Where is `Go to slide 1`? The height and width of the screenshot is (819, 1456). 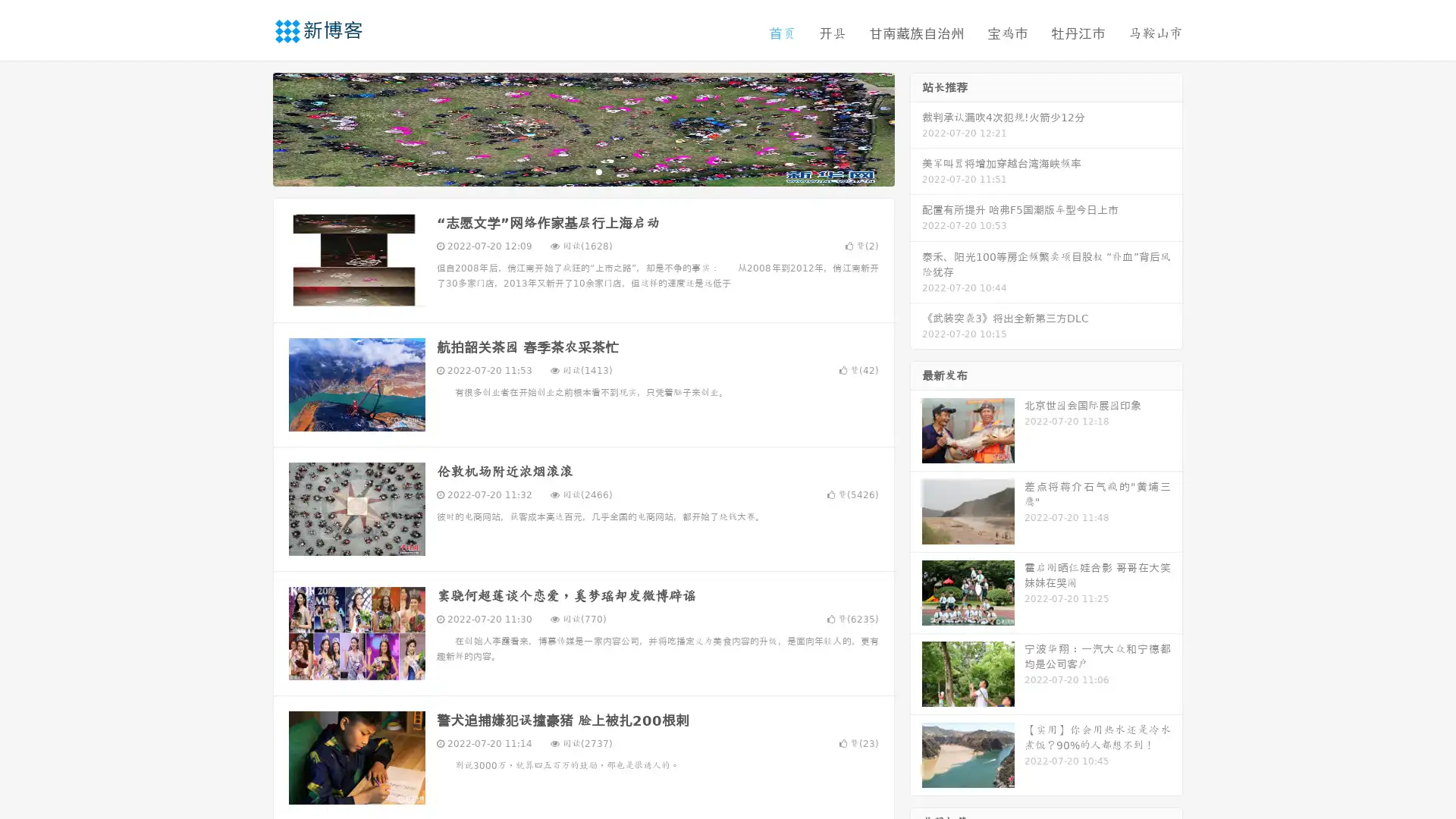
Go to slide 1 is located at coordinates (567, 171).